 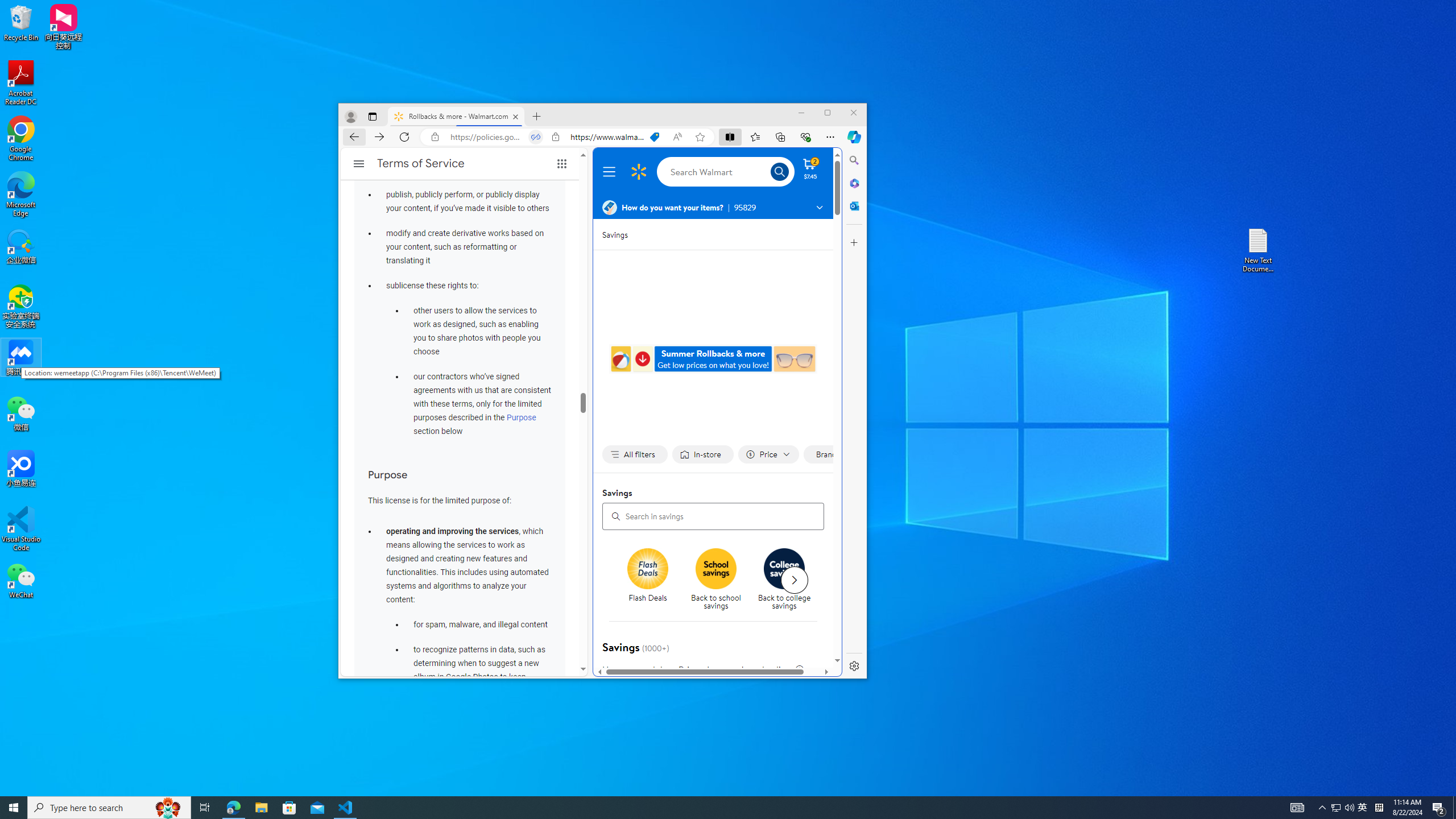 I want to click on 'Visual Studio Code', so click(x=20, y=528).